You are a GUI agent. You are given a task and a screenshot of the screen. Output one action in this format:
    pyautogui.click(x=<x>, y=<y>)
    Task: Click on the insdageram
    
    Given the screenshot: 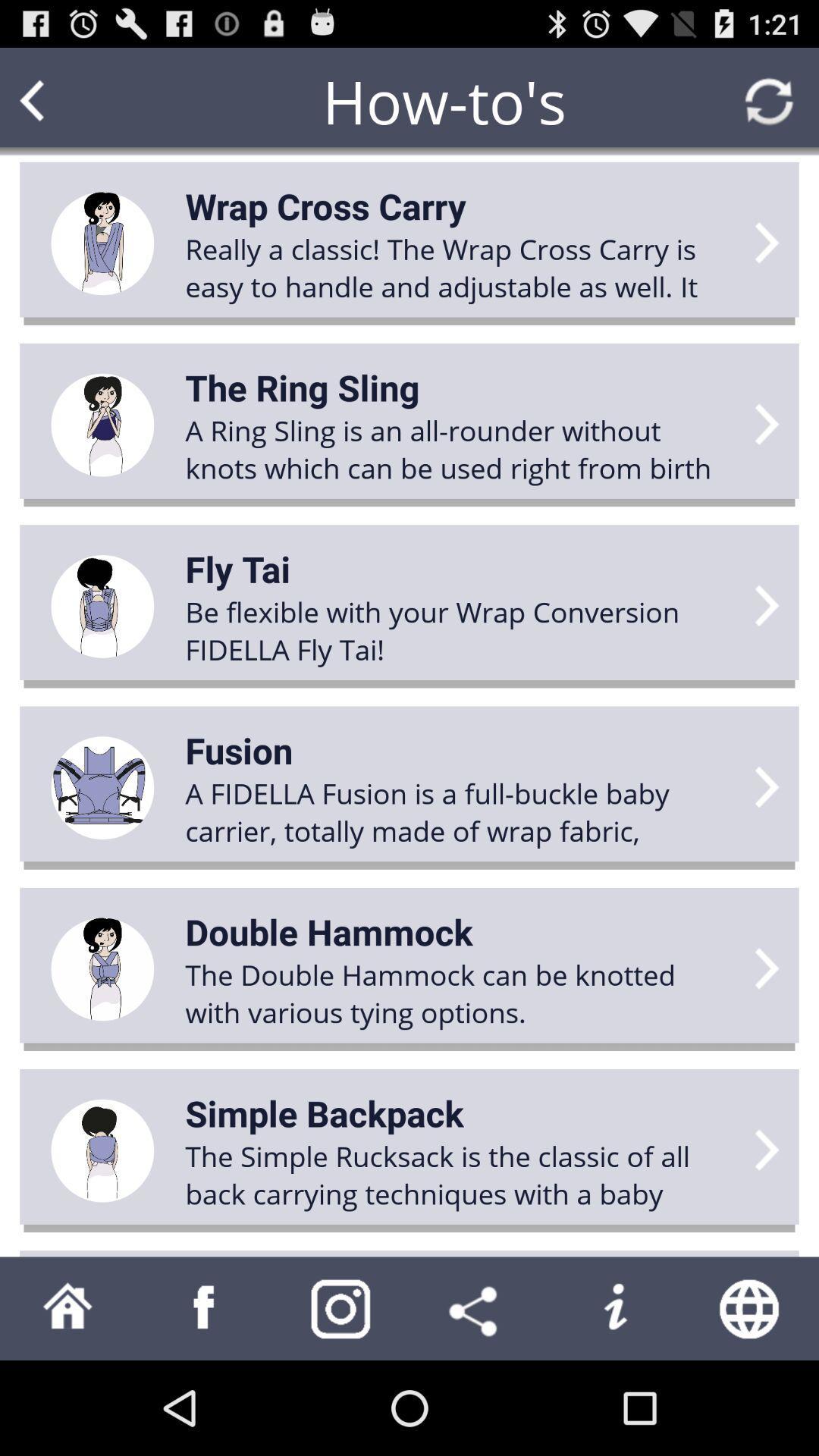 What is the action you would take?
    pyautogui.click(x=341, y=1307)
    